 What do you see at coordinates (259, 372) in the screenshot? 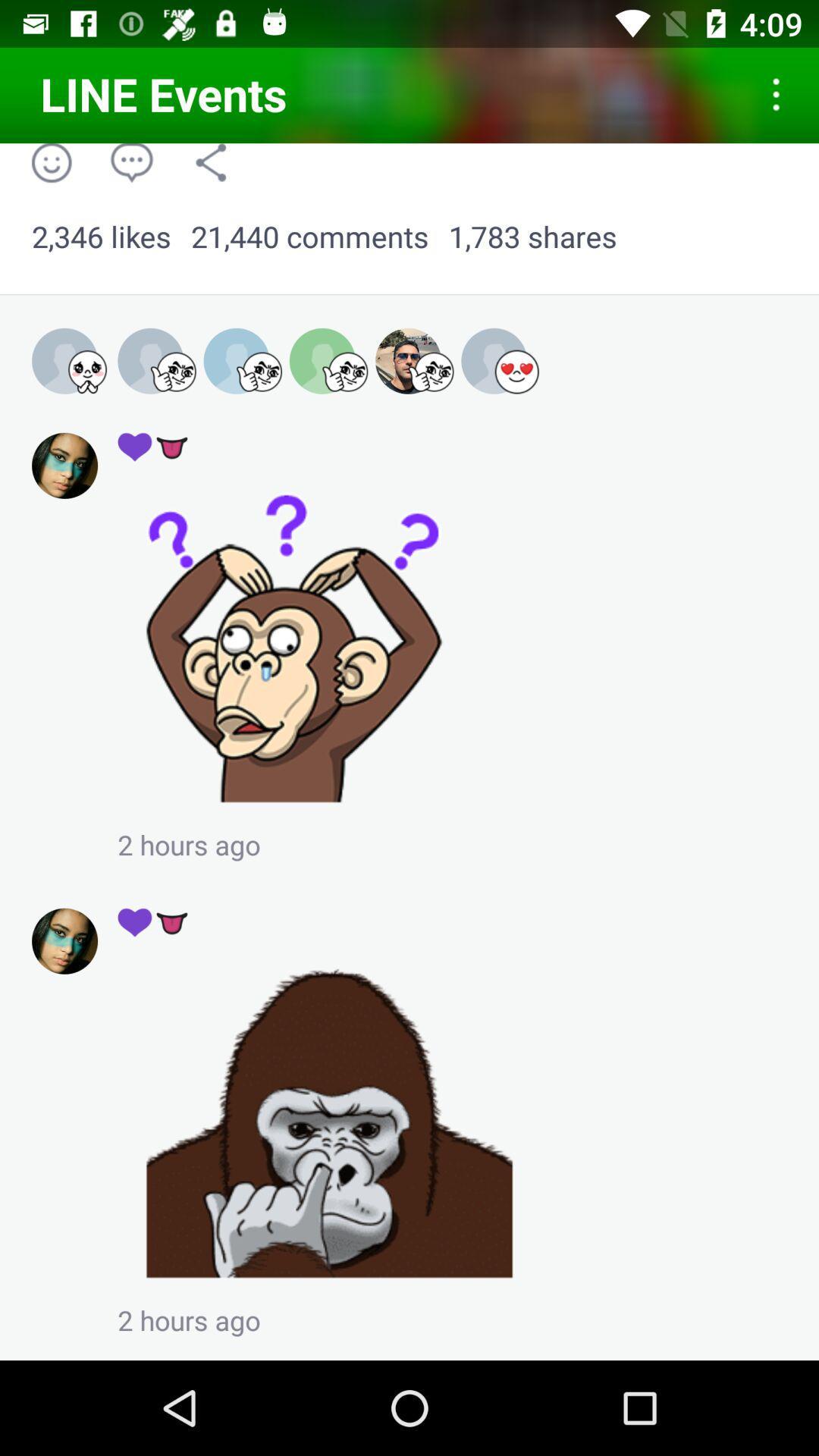
I see `third emoji` at bounding box center [259, 372].